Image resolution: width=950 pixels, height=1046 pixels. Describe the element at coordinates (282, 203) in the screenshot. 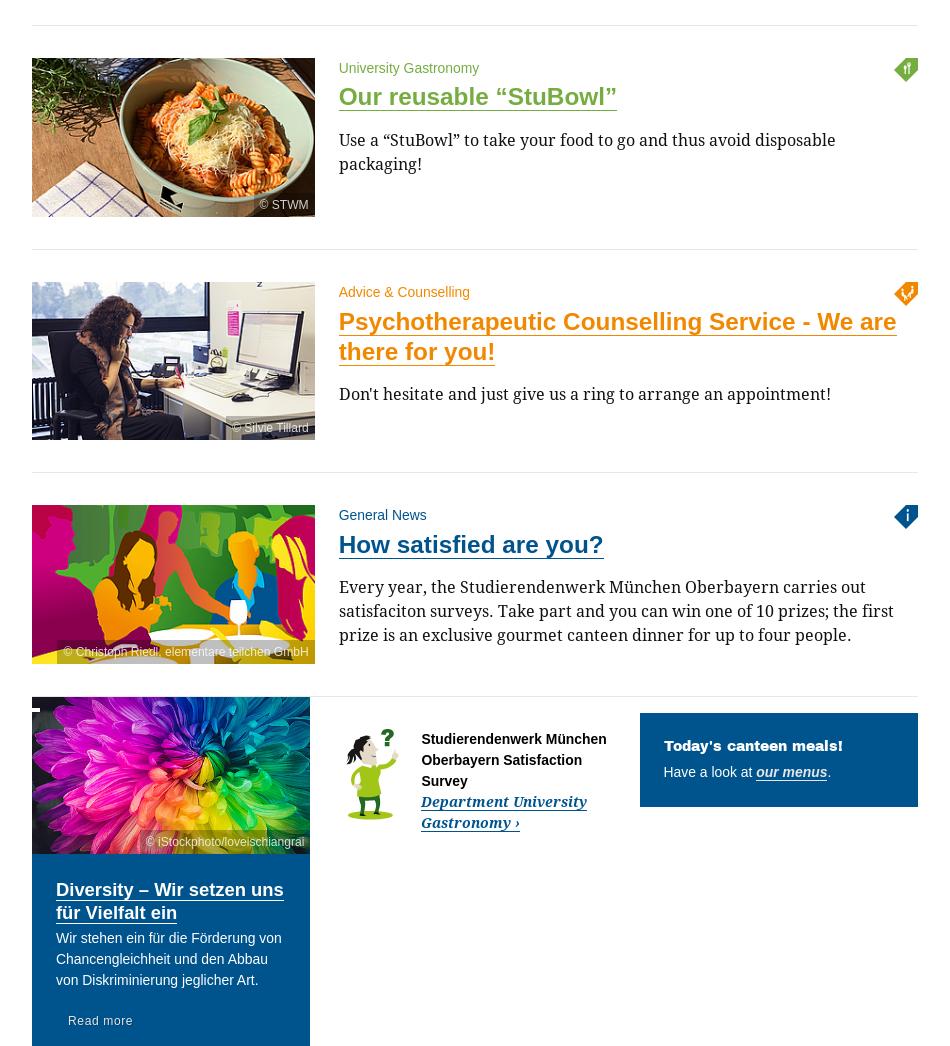

I see `'© STWM'` at that location.